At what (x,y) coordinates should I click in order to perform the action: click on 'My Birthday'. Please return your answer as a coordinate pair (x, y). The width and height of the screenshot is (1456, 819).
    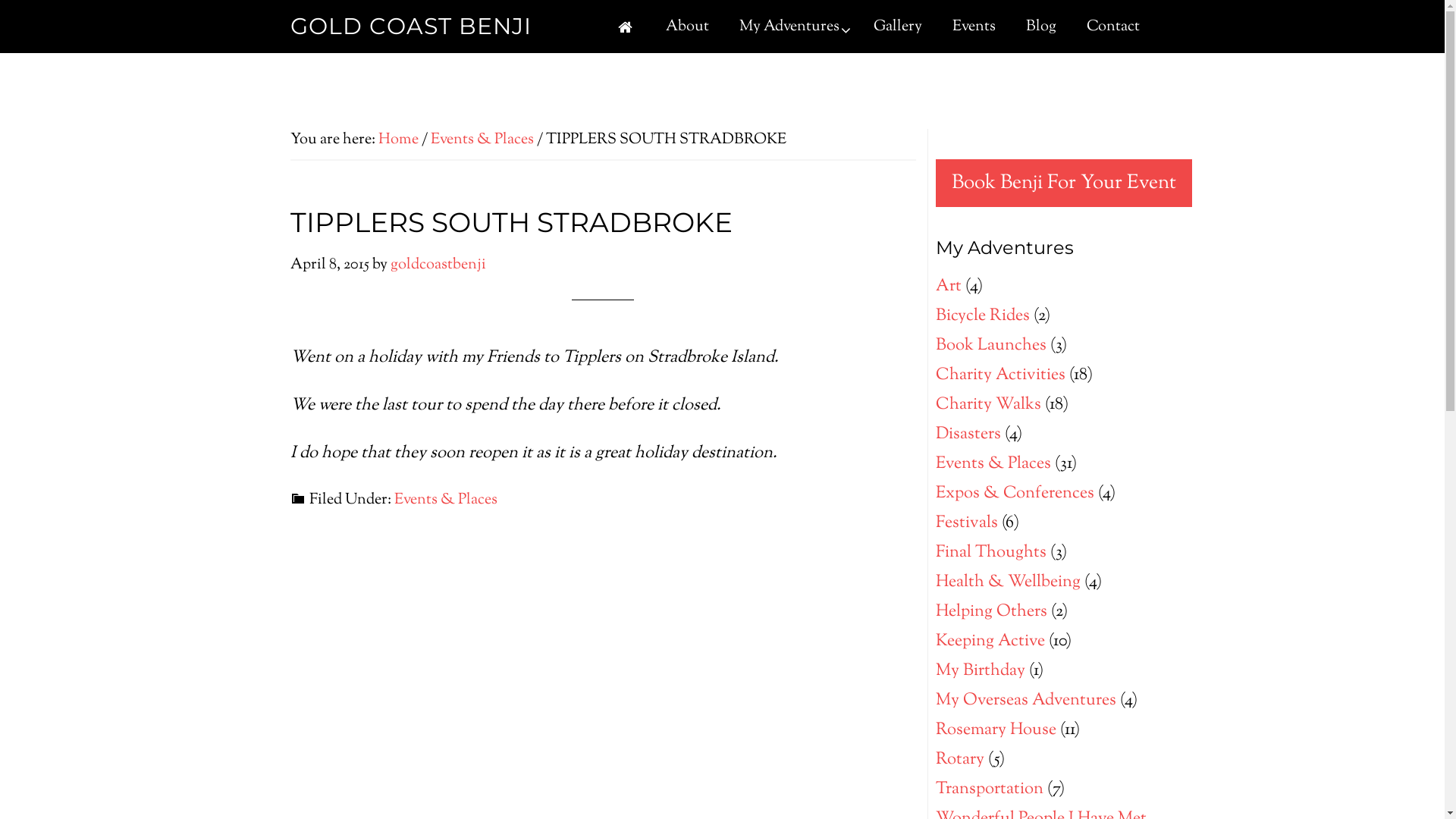
    Looking at the image, I should click on (980, 670).